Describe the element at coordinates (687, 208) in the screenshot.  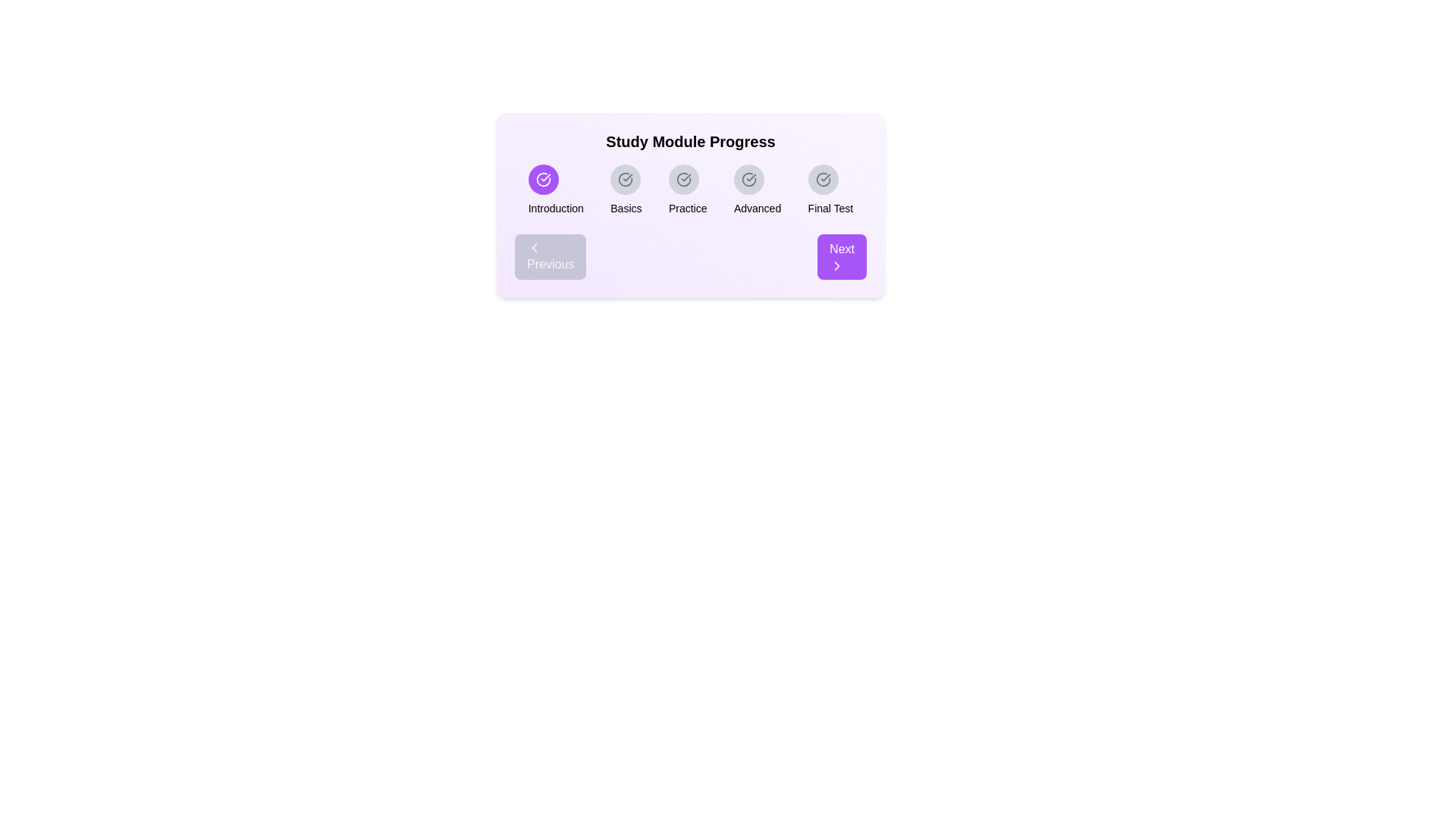
I see `text label displaying 'Practice', which is the third item in a horizontal series of text labels in a progress tracker, positioned centrally below a circular checkmark icon` at that location.